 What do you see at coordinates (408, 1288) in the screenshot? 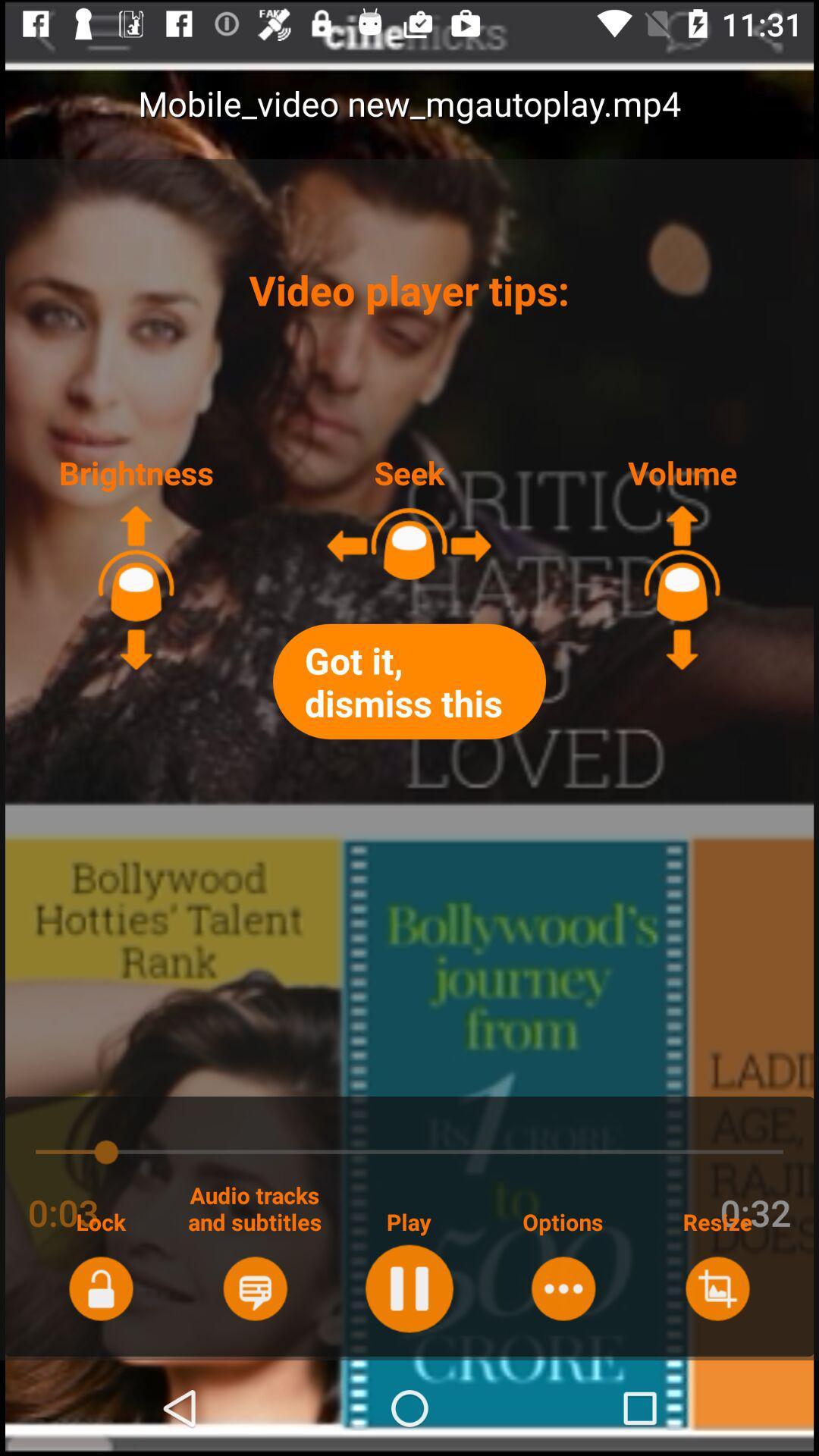
I see `and pause button` at bounding box center [408, 1288].